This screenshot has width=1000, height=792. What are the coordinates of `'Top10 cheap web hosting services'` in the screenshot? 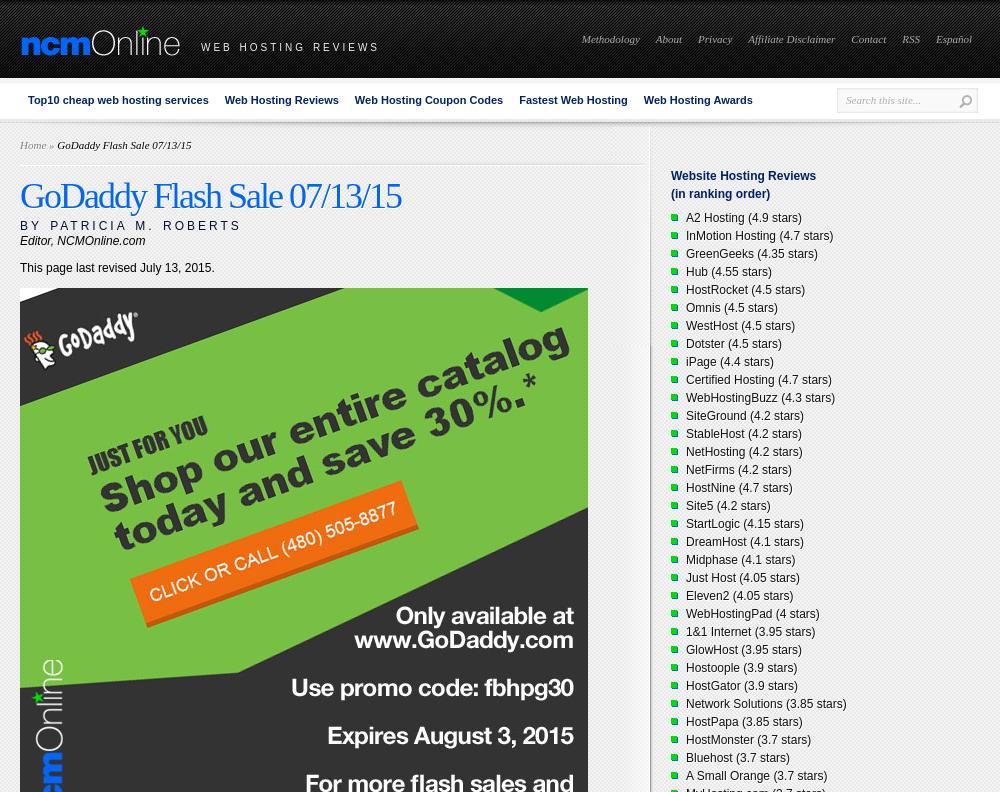 It's located at (117, 99).